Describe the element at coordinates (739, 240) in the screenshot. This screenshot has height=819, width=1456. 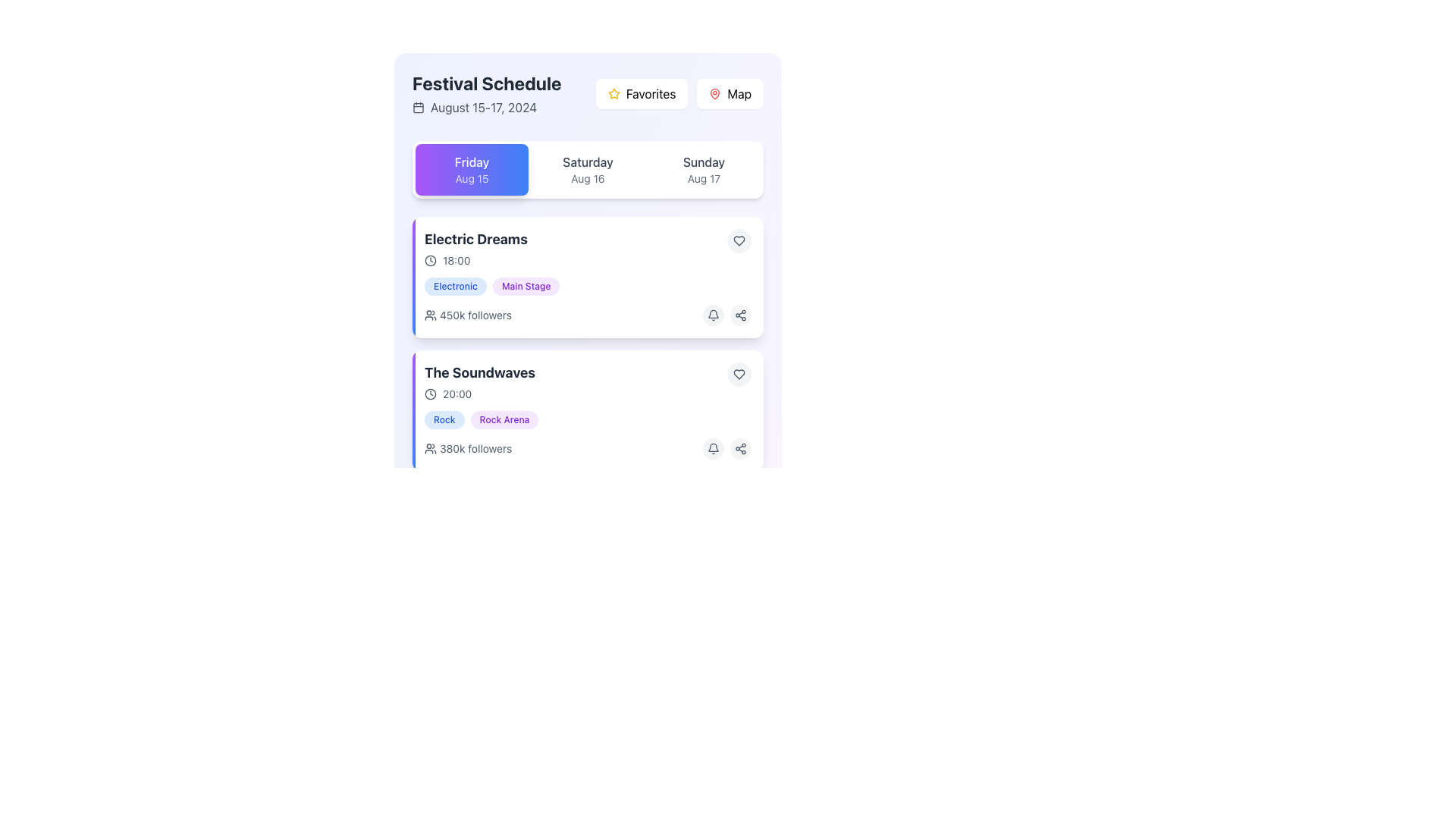
I see `the favorite button located in the top-right corner of the 'Electric Dreams' event card` at that location.